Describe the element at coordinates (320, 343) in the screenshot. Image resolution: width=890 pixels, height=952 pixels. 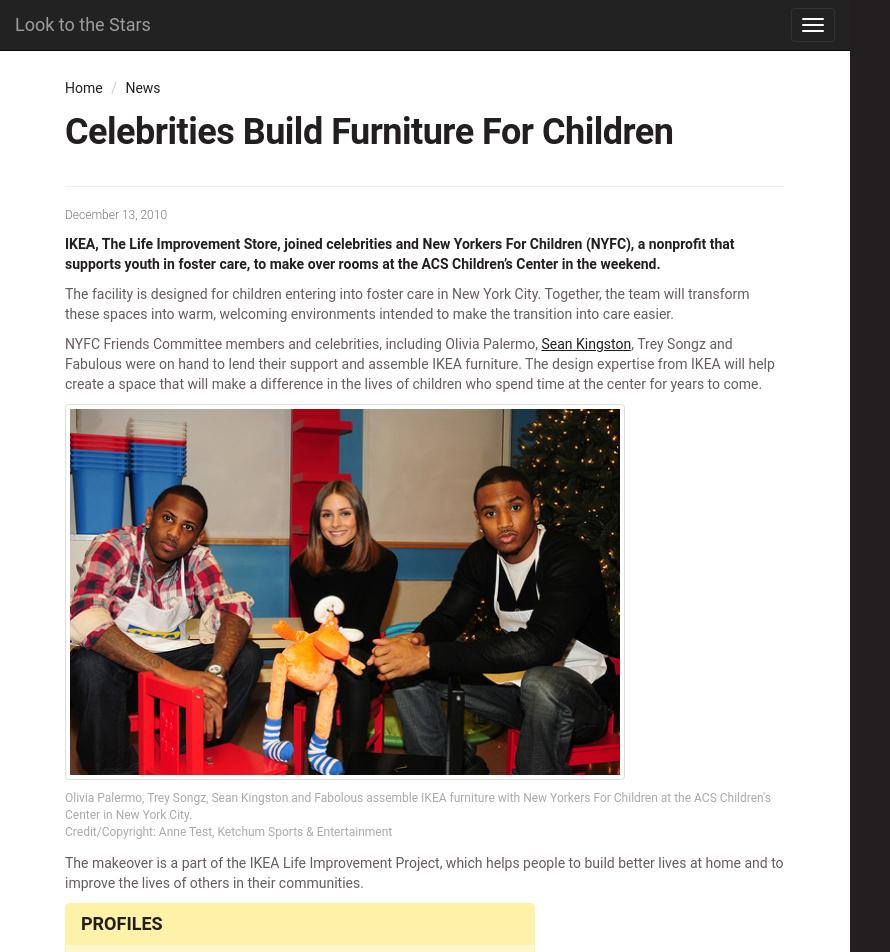
I see `'Friends Committee members and celebrities, including Olivia Palermo,'` at that location.